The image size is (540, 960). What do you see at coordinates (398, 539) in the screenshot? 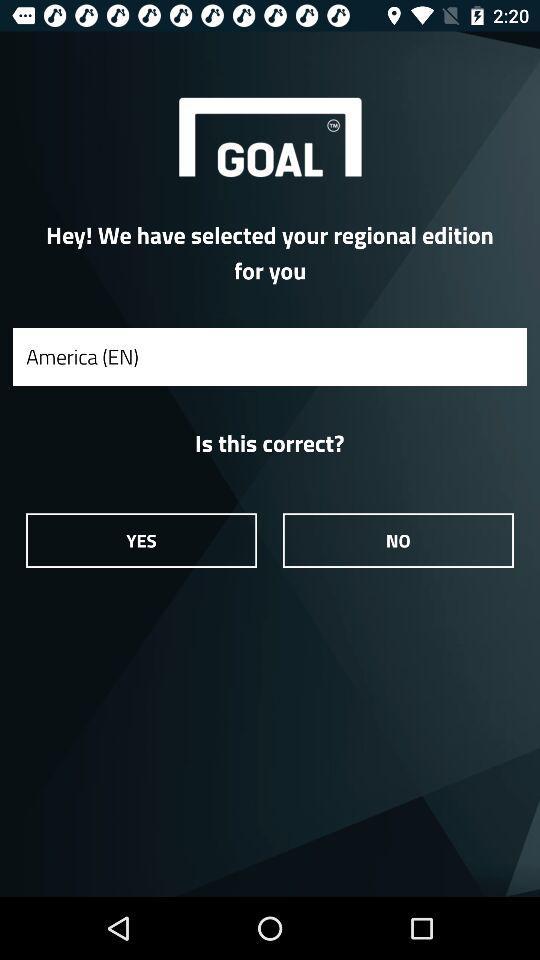
I see `the icon below the is this correct? item` at bounding box center [398, 539].